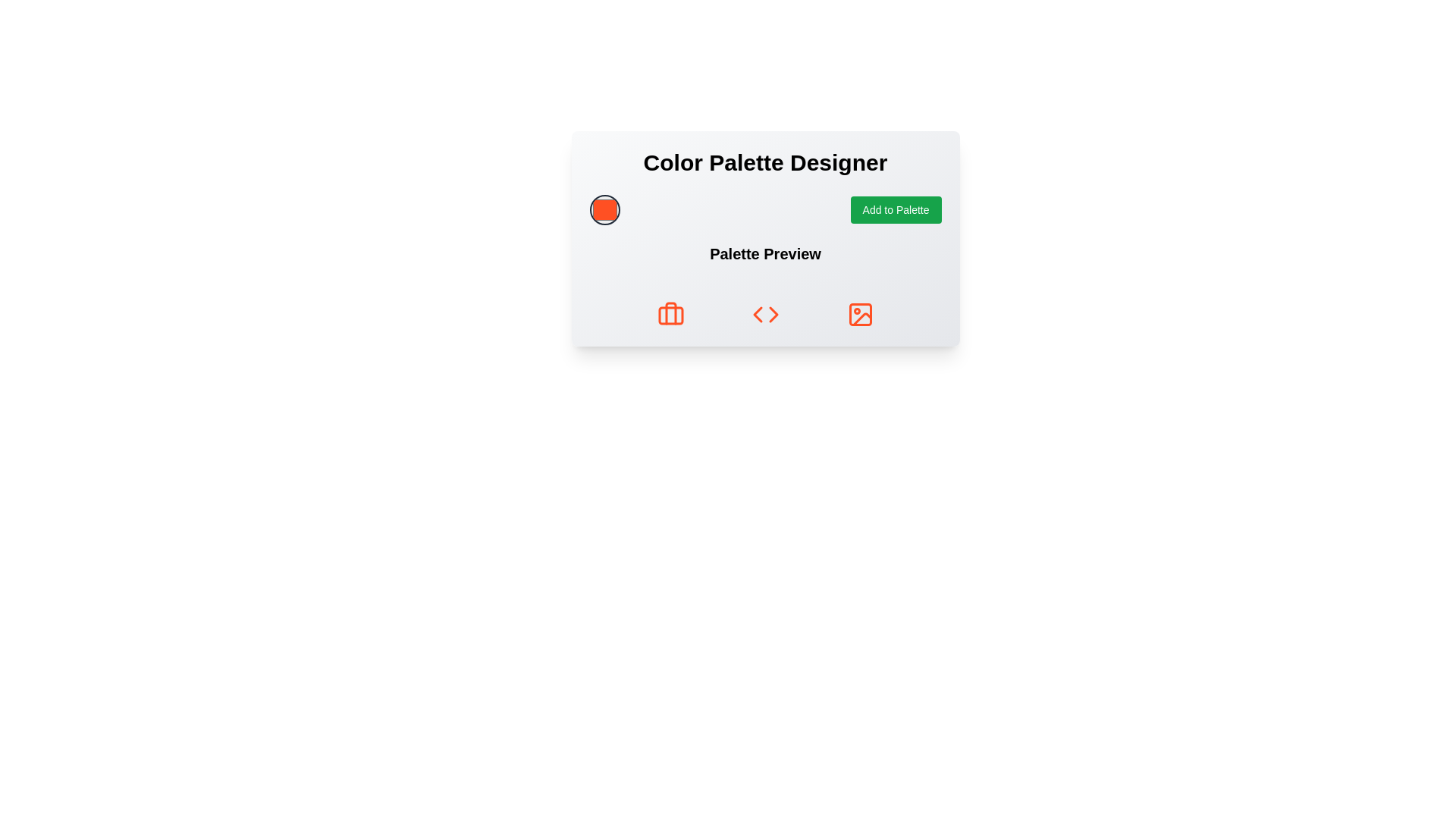 The width and height of the screenshot is (1456, 819). Describe the element at coordinates (765, 253) in the screenshot. I see `the text label indicating the section displaying the palette preview, which is centrally aligned below the 'Add to Palette' button and above the row of icon buttons` at that location.